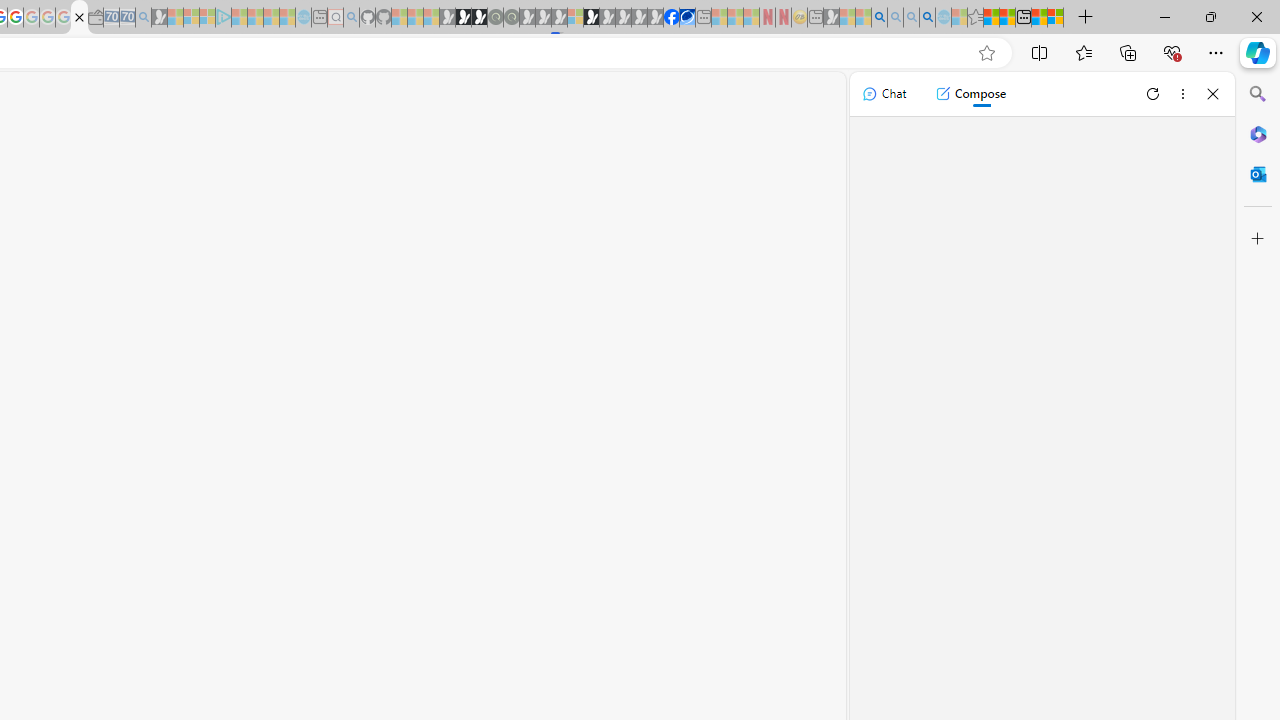  I want to click on 'github - Search - Sleeping', so click(352, 17).